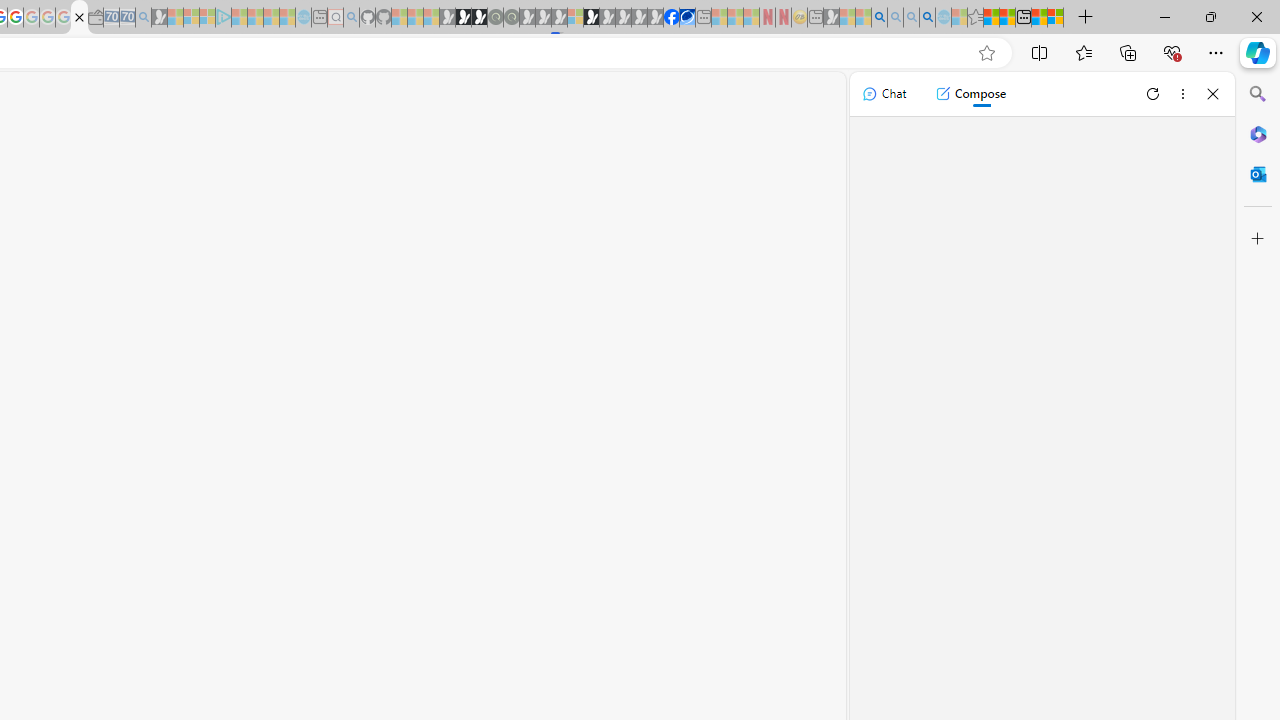  I want to click on 'github - Search - Sleeping', so click(352, 17).